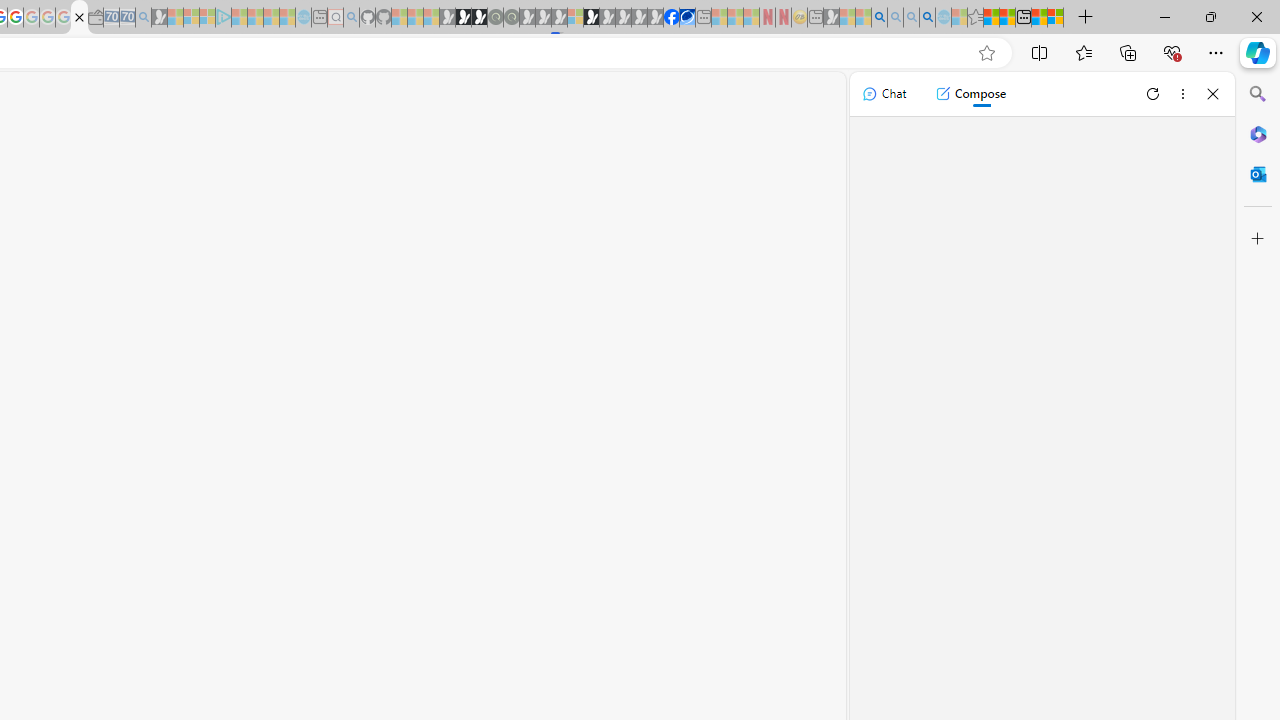  I want to click on 'github - Search - Sleeping', so click(352, 17).